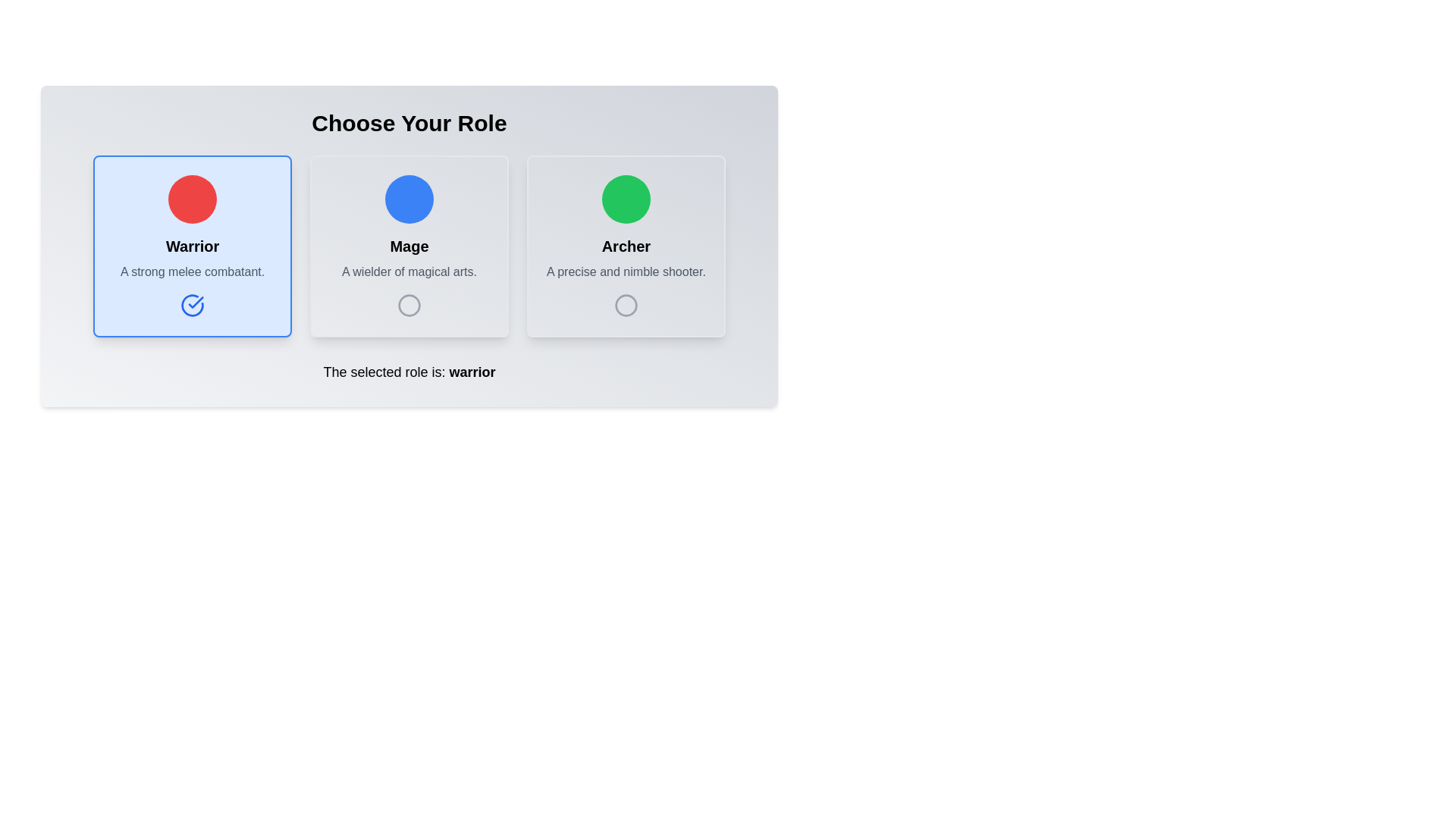 The height and width of the screenshot is (819, 1456). What do you see at coordinates (409, 305) in the screenshot?
I see `the center of the Radio Button Indicator, which is a circular icon with a gray outline and lighter interior, located below the text block labeled 'Mage' and above a descriptive caption` at bounding box center [409, 305].